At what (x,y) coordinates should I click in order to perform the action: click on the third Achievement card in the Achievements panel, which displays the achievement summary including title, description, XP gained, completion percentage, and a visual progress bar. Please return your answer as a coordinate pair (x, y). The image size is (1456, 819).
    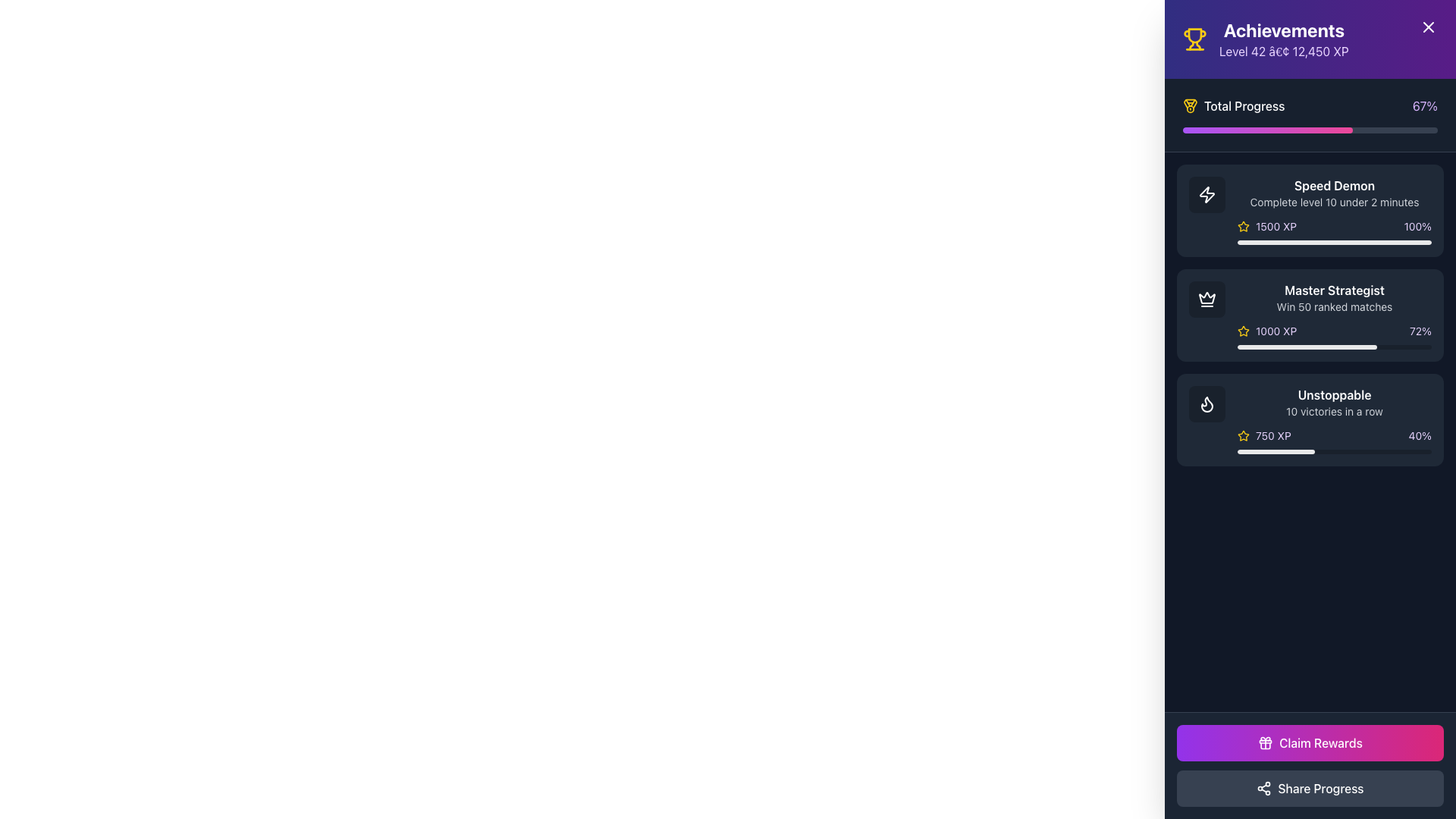
    Looking at the image, I should click on (1310, 420).